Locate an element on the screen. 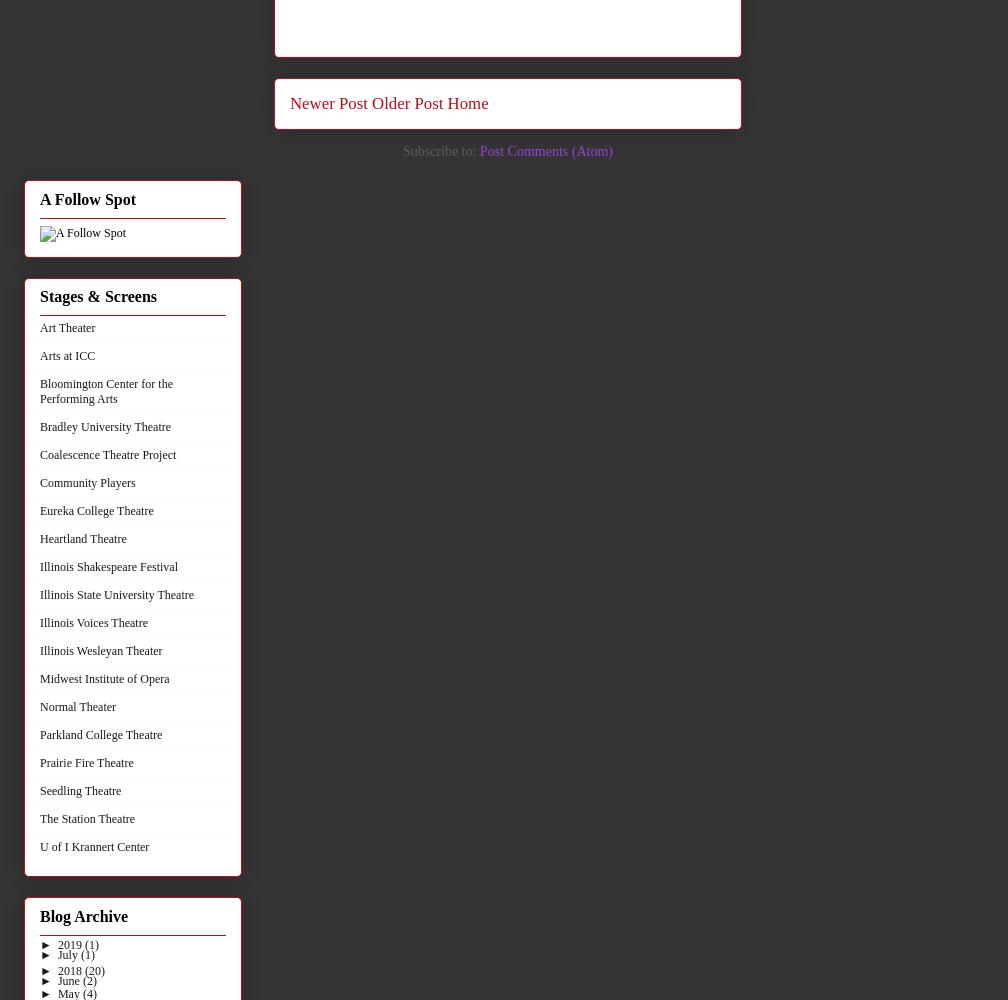 The width and height of the screenshot is (1008, 1000). 'The Station Theatre' is located at coordinates (87, 818).